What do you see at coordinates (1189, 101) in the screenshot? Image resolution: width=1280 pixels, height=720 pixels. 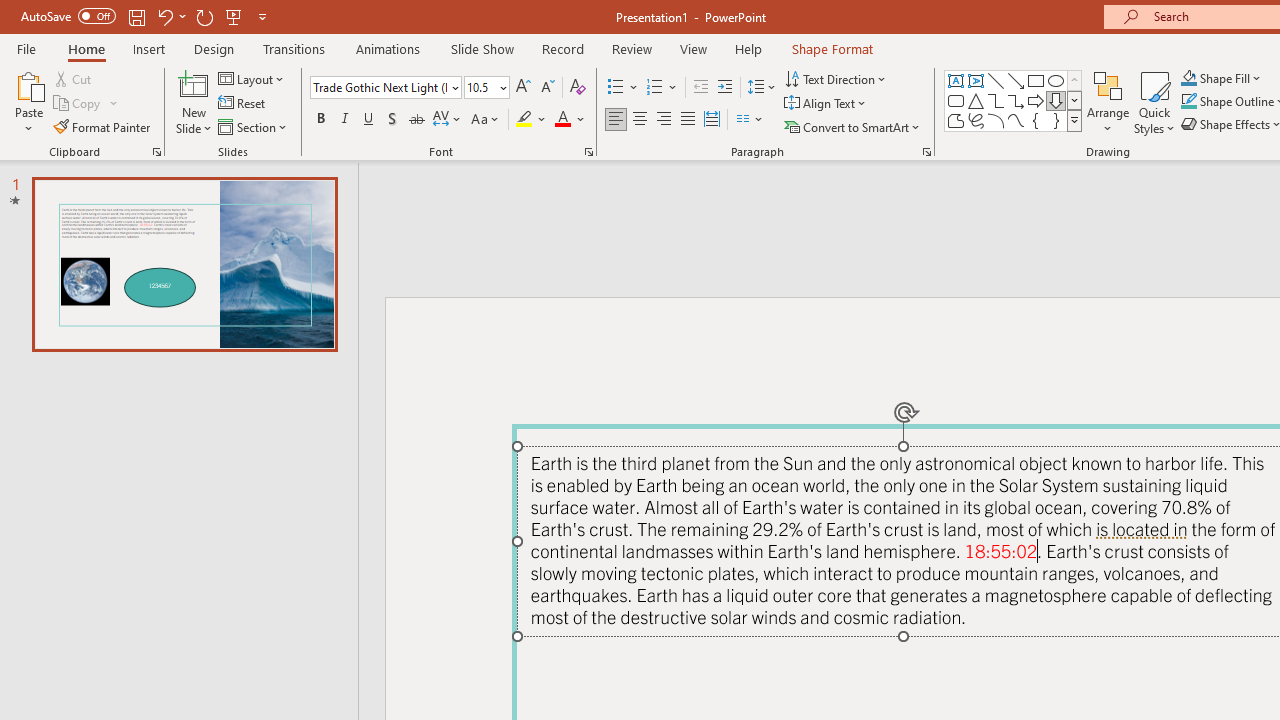 I see `'Shape Outline Teal, Accent 1'` at bounding box center [1189, 101].